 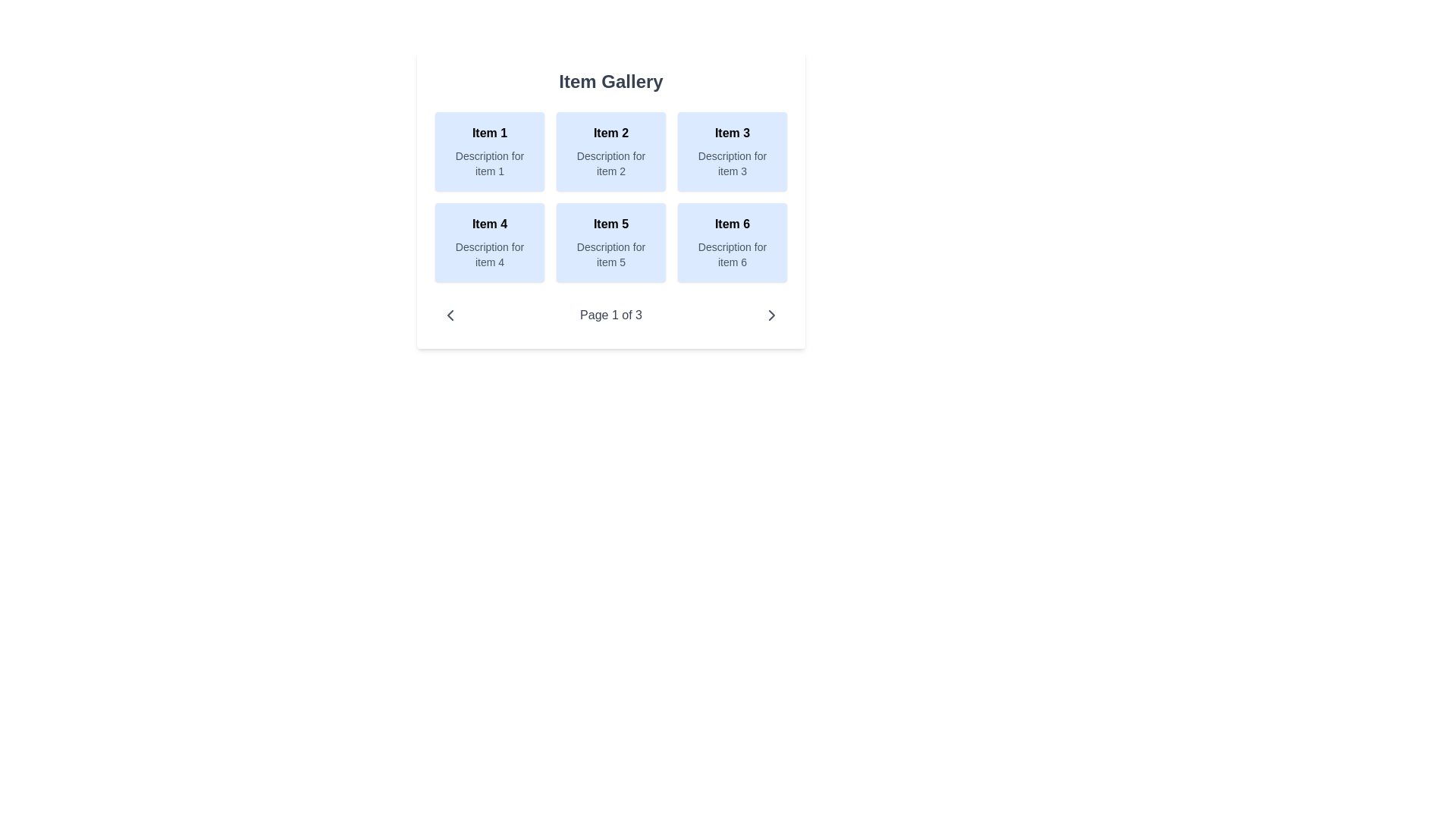 I want to click on text displayed in the pagination control labeled 'Page 1 of 3', which is located at the bottom of a card layout and is centrally positioned below the grid of items, so click(x=611, y=315).